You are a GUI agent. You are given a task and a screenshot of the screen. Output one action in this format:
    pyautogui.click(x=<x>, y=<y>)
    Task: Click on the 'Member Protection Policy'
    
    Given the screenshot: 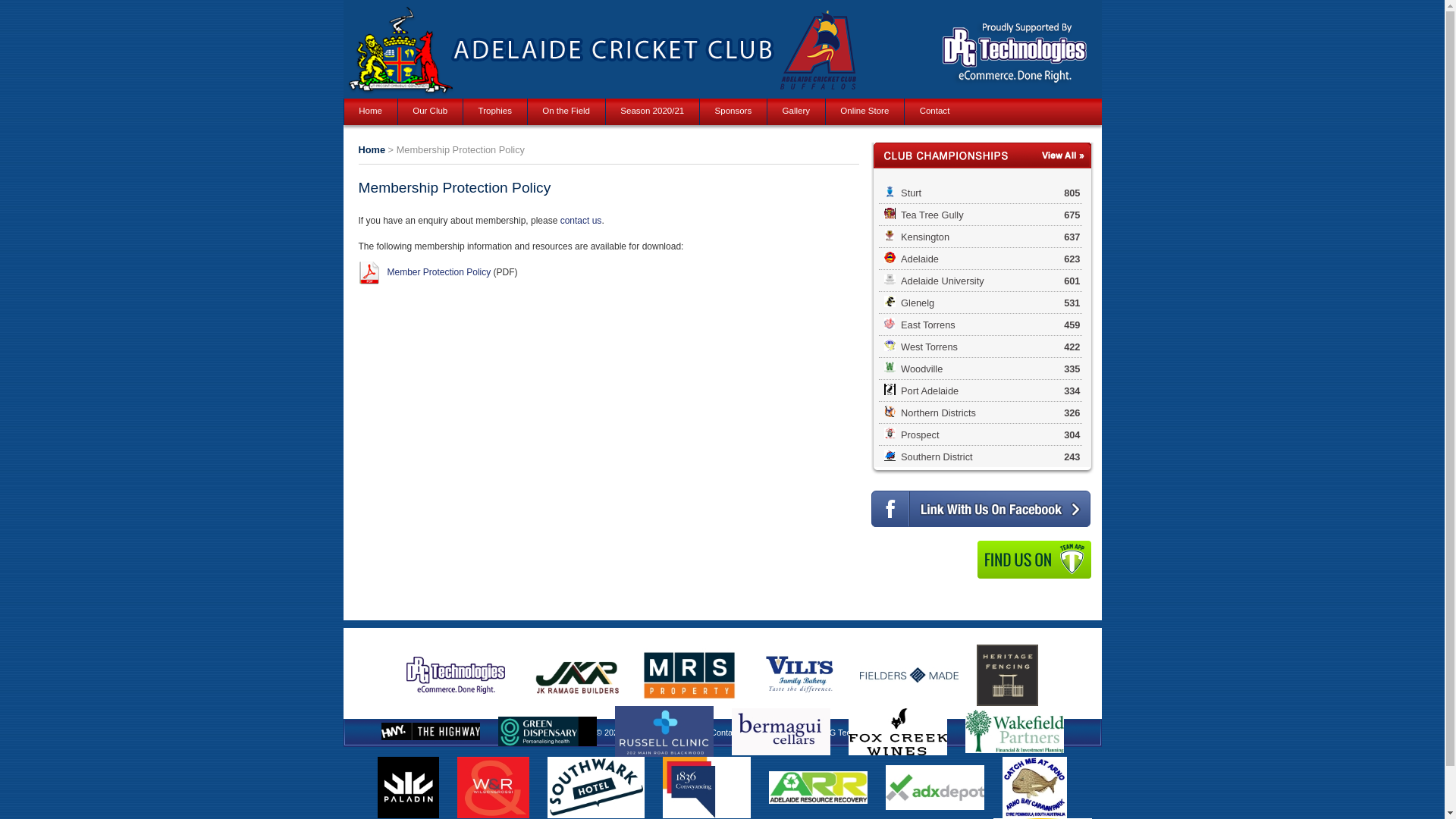 What is the action you would take?
    pyautogui.click(x=438, y=271)
    